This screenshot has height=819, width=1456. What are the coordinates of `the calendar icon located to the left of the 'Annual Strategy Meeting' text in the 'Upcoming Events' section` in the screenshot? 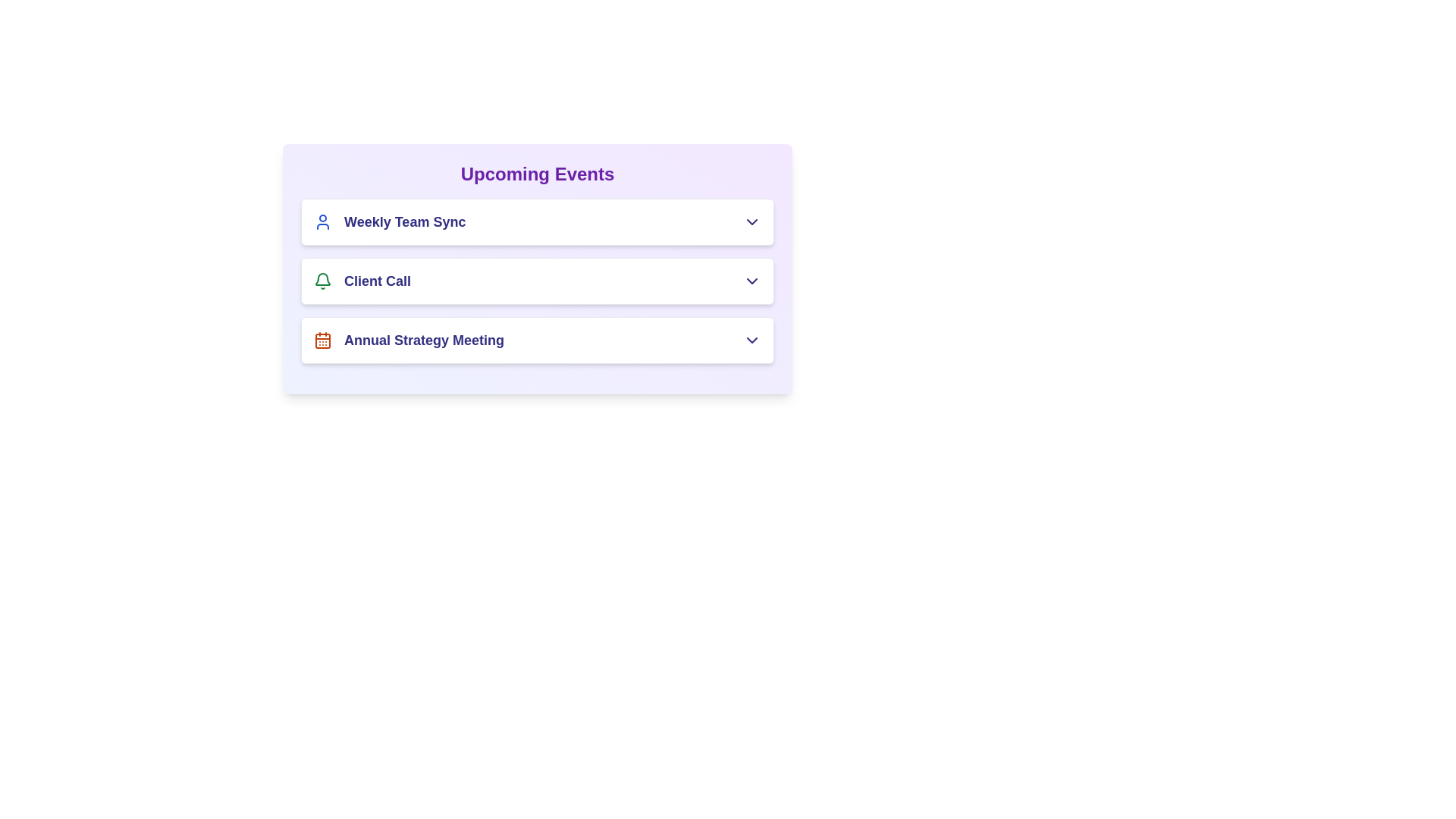 It's located at (322, 339).